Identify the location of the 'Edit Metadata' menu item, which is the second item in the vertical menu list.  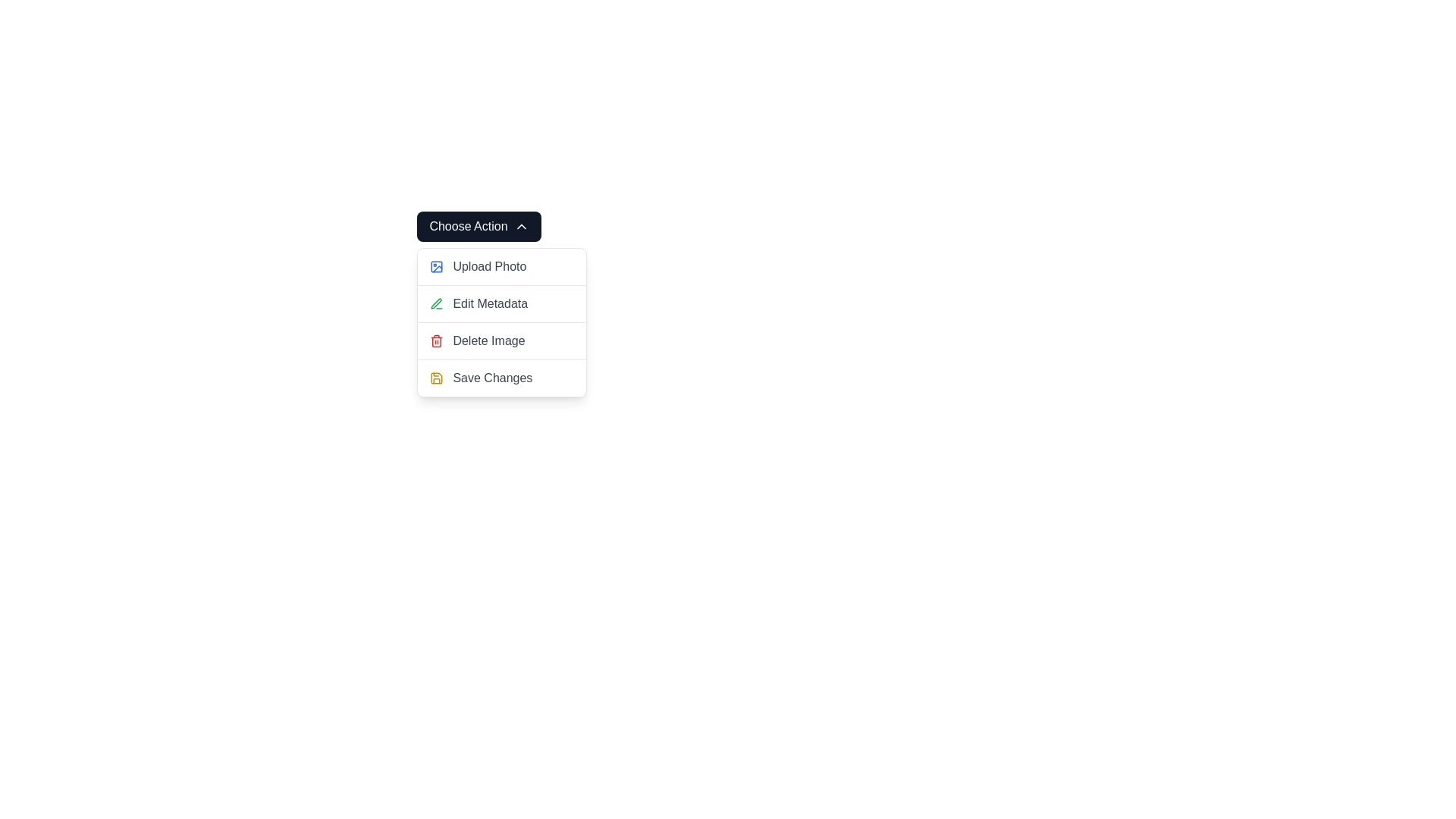
(502, 322).